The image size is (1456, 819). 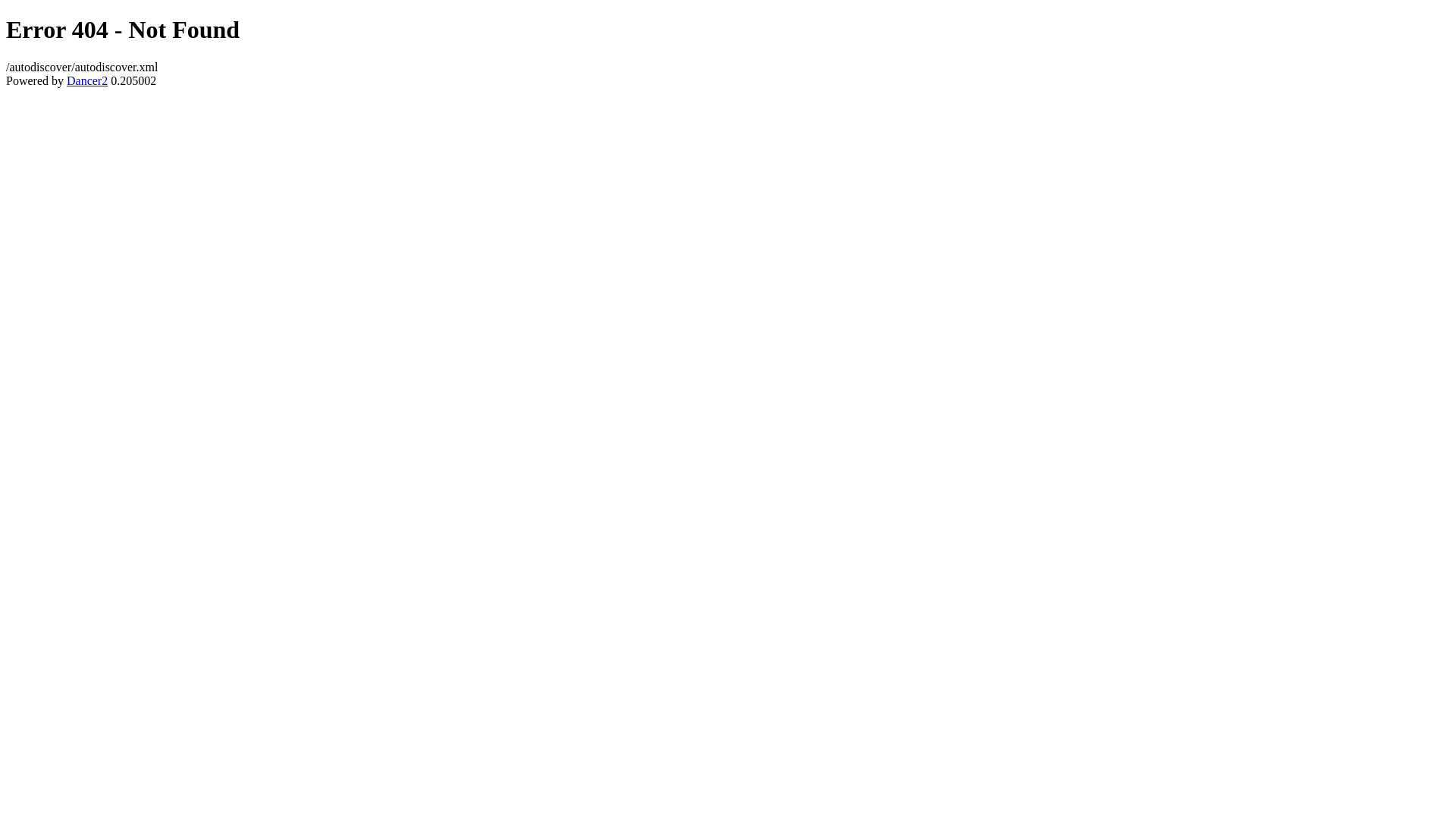 I want to click on 'Dancer2', so click(x=86, y=80).